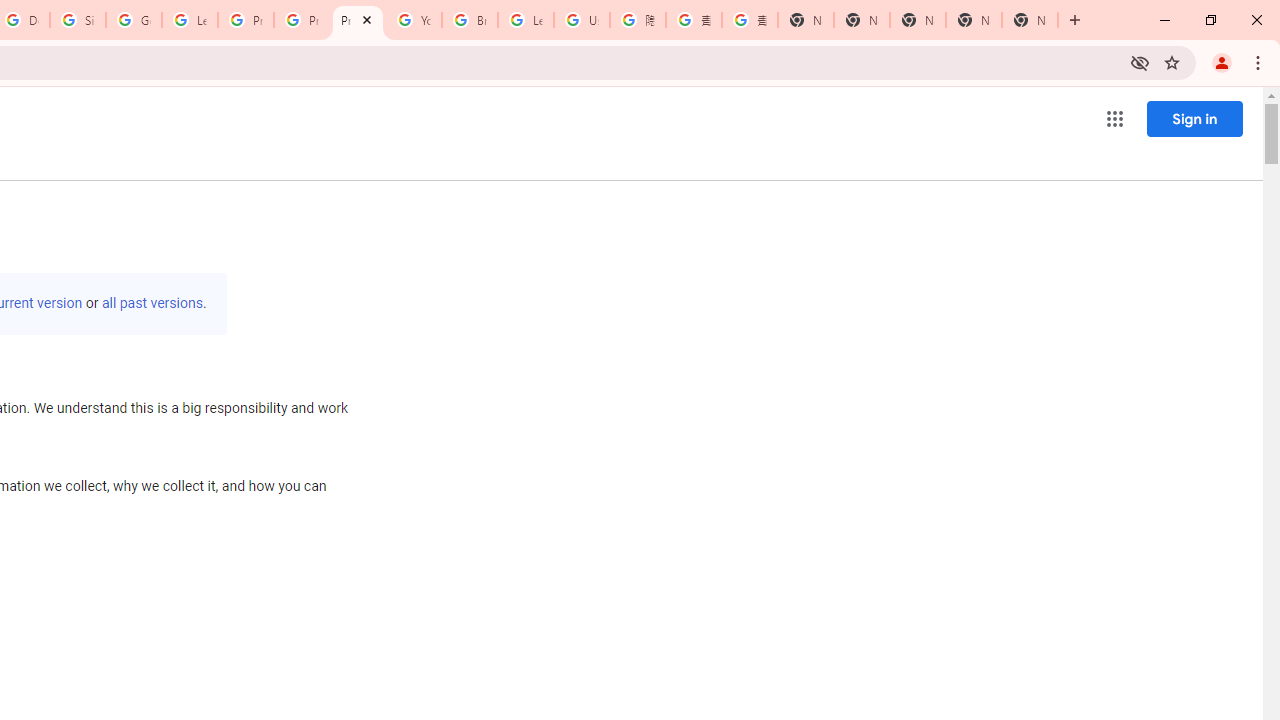 The width and height of the screenshot is (1280, 720). Describe the element at coordinates (78, 20) in the screenshot. I see `'Sign in - Google Accounts'` at that location.